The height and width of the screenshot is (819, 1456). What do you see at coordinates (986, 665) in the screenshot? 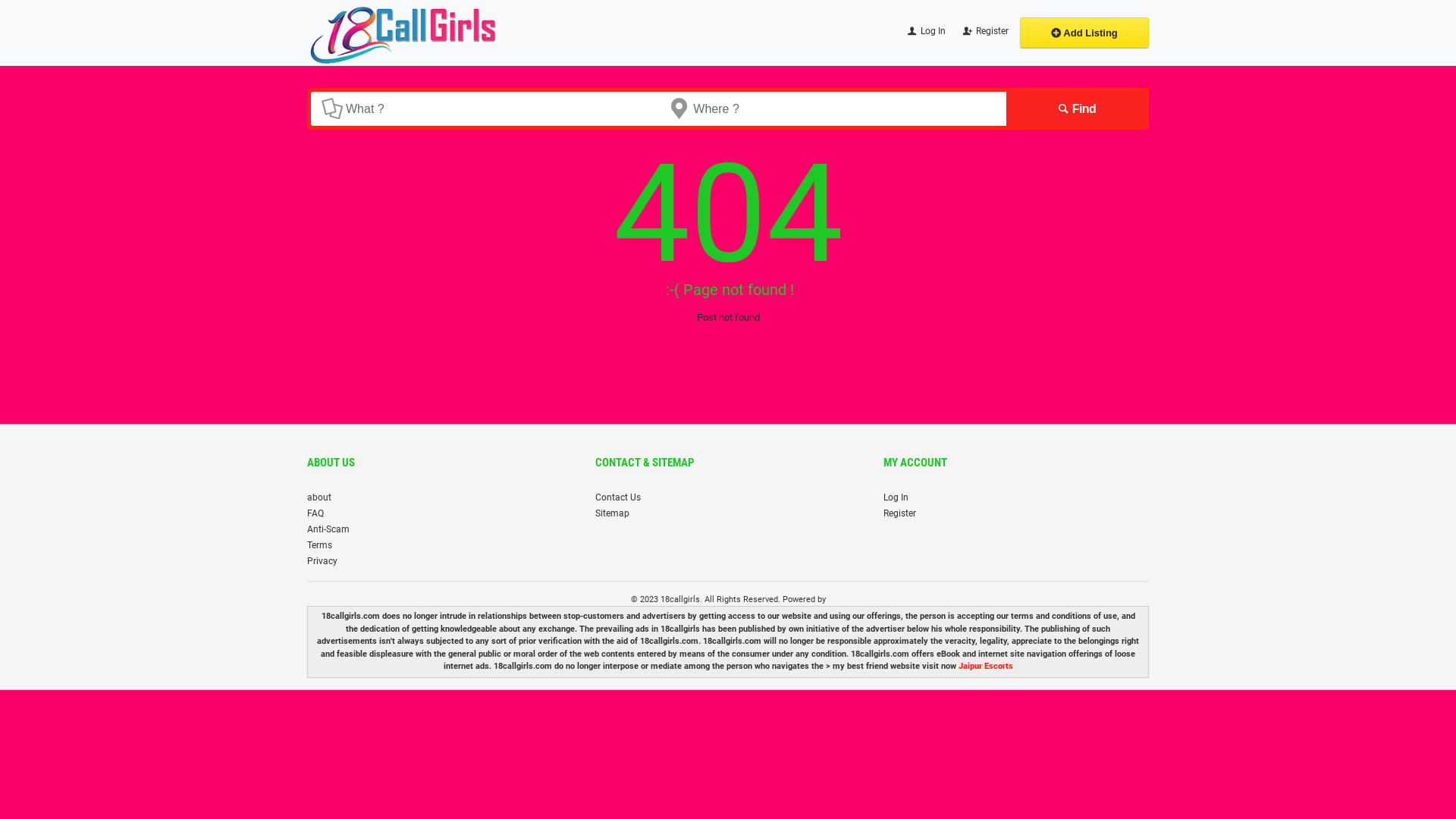
I see `'Jaipur Escorts'` at bounding box center [986, 665].